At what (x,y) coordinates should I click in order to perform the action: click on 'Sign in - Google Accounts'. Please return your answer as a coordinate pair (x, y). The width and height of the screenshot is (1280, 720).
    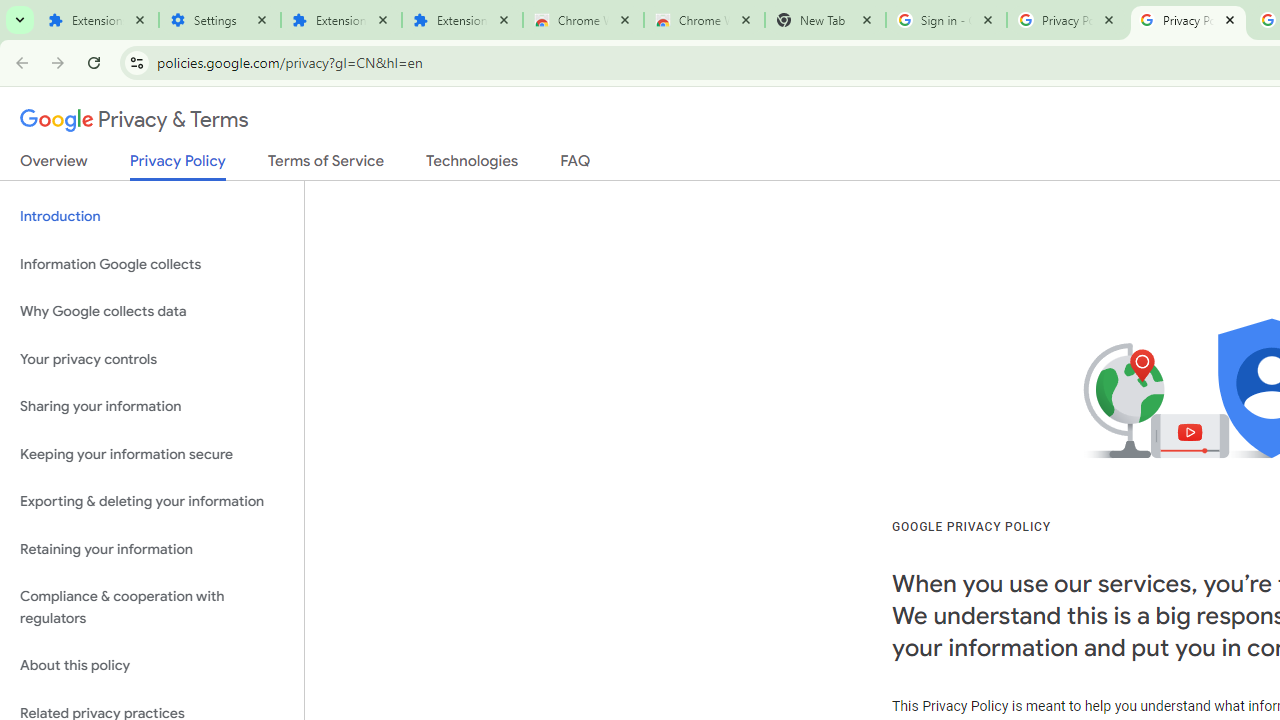
    Looking at the image, I should click on (945, 20).